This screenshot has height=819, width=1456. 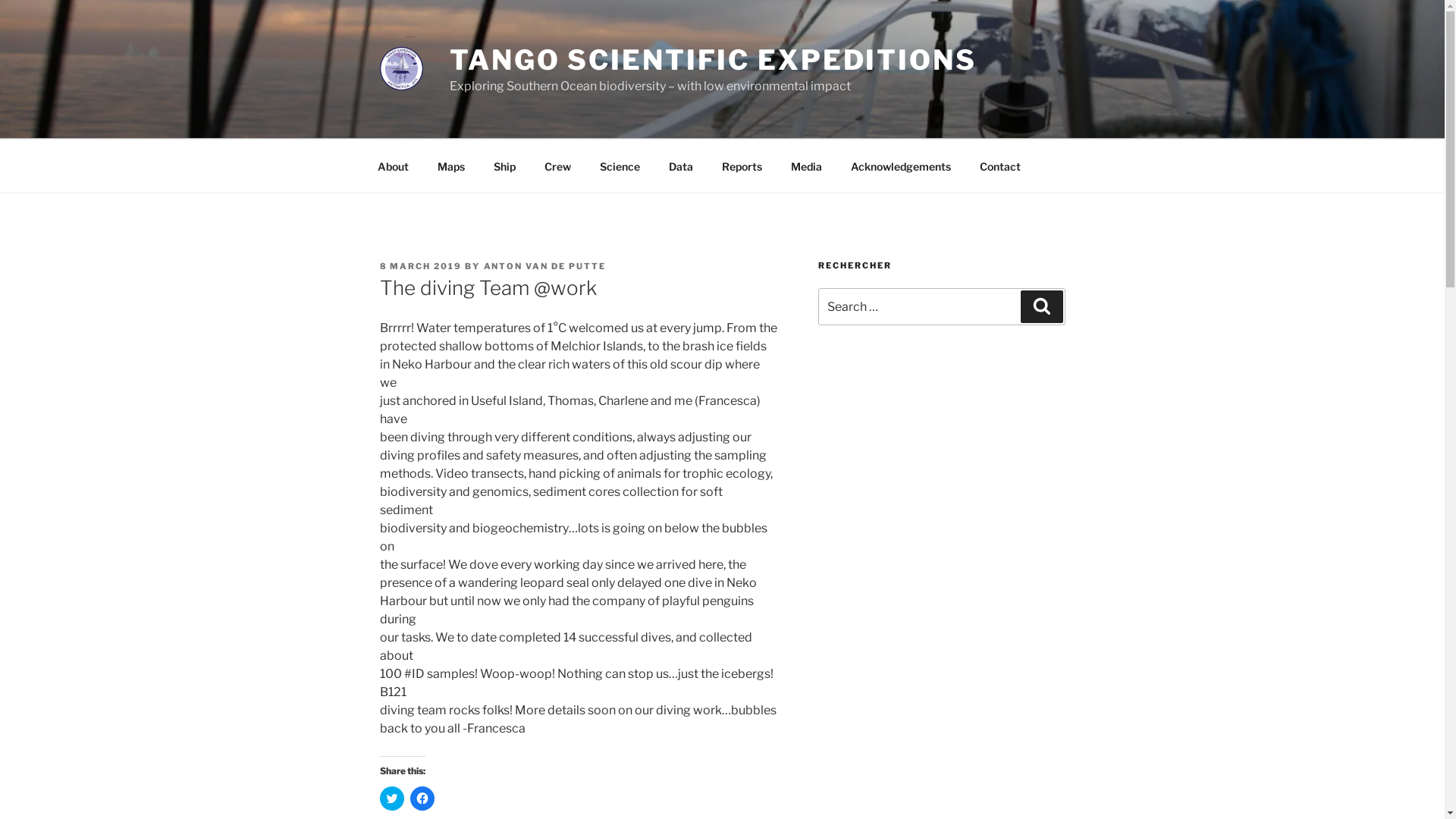 What do you see at coordinates (545, 265) in the screenshot?
I see `'ANTON VAN DE PUTTE'` at bounding box center [545, 265].